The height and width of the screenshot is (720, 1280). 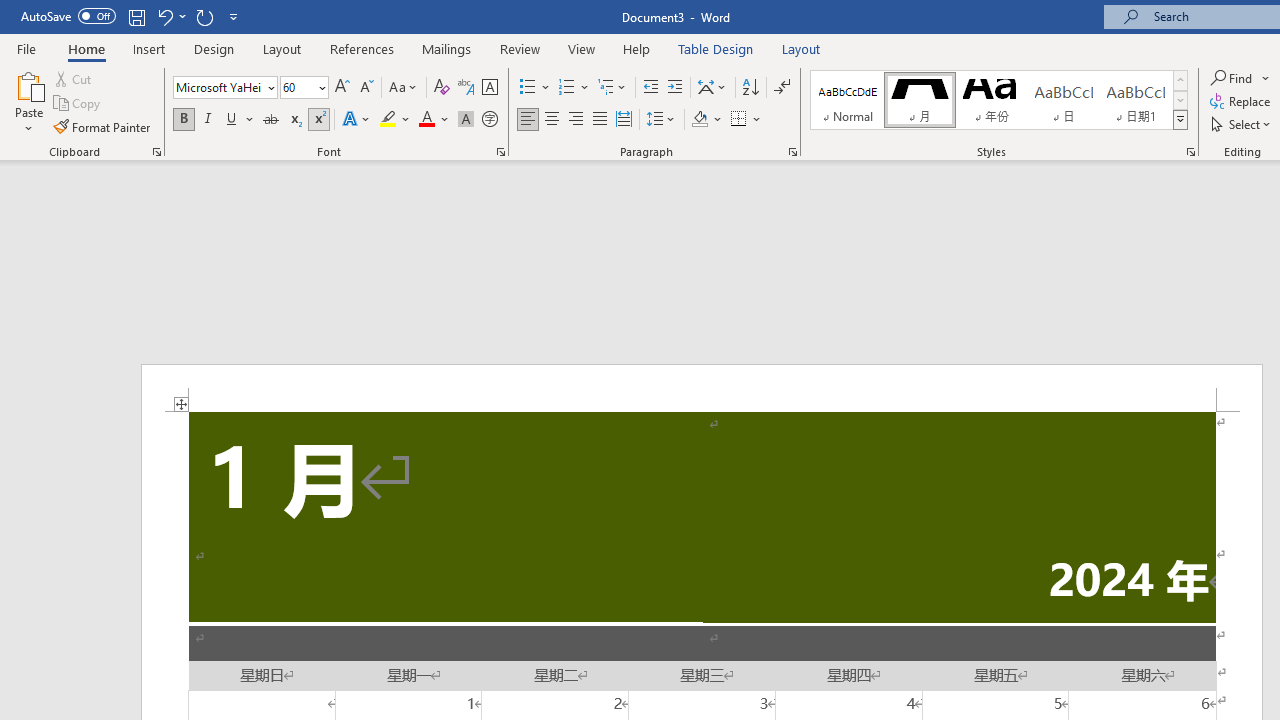 I want to click on 'AutoSave', so click(x=68, y=16).